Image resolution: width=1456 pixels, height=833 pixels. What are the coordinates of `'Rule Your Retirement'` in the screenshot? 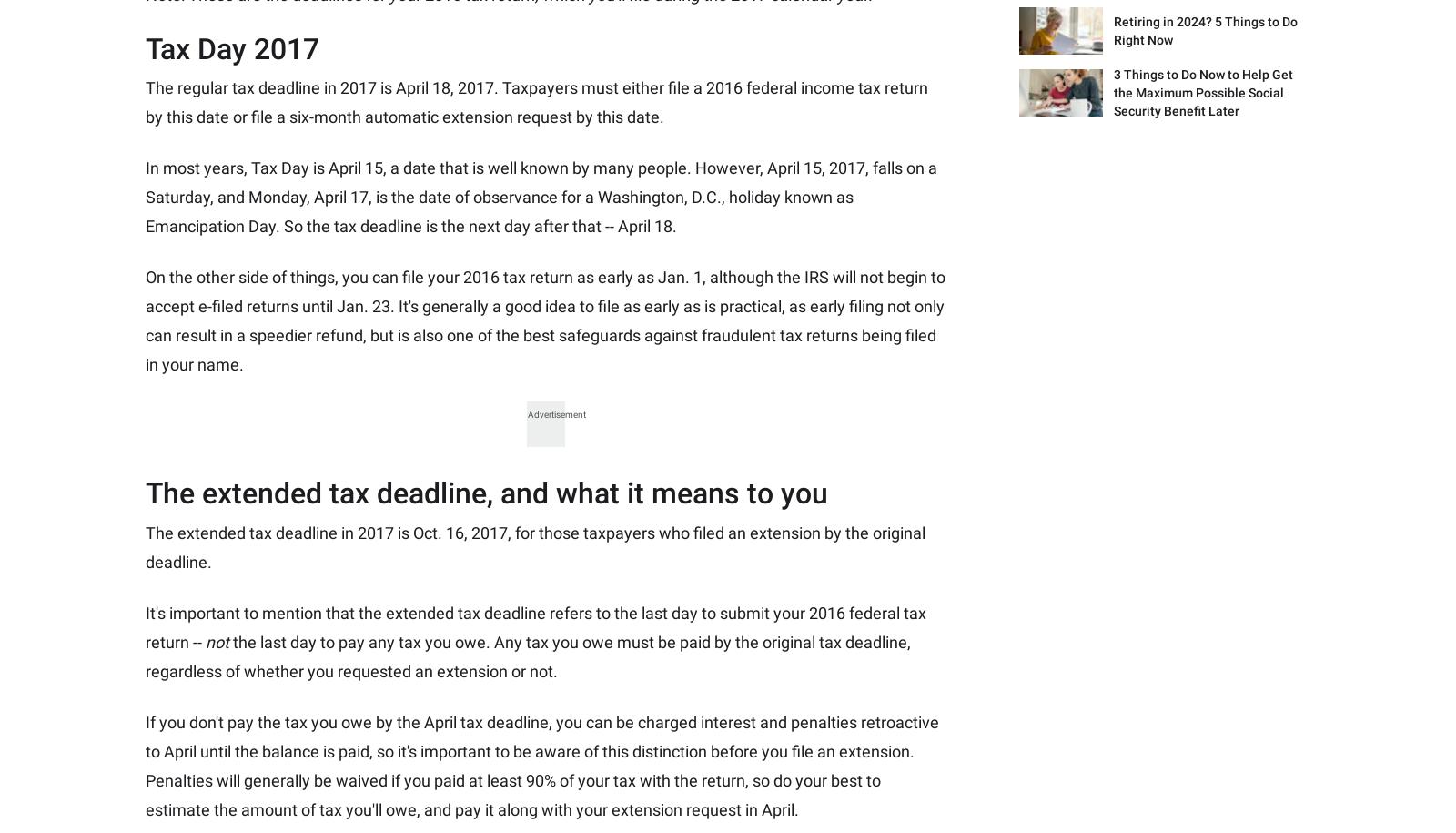 It's located at (695, 279).